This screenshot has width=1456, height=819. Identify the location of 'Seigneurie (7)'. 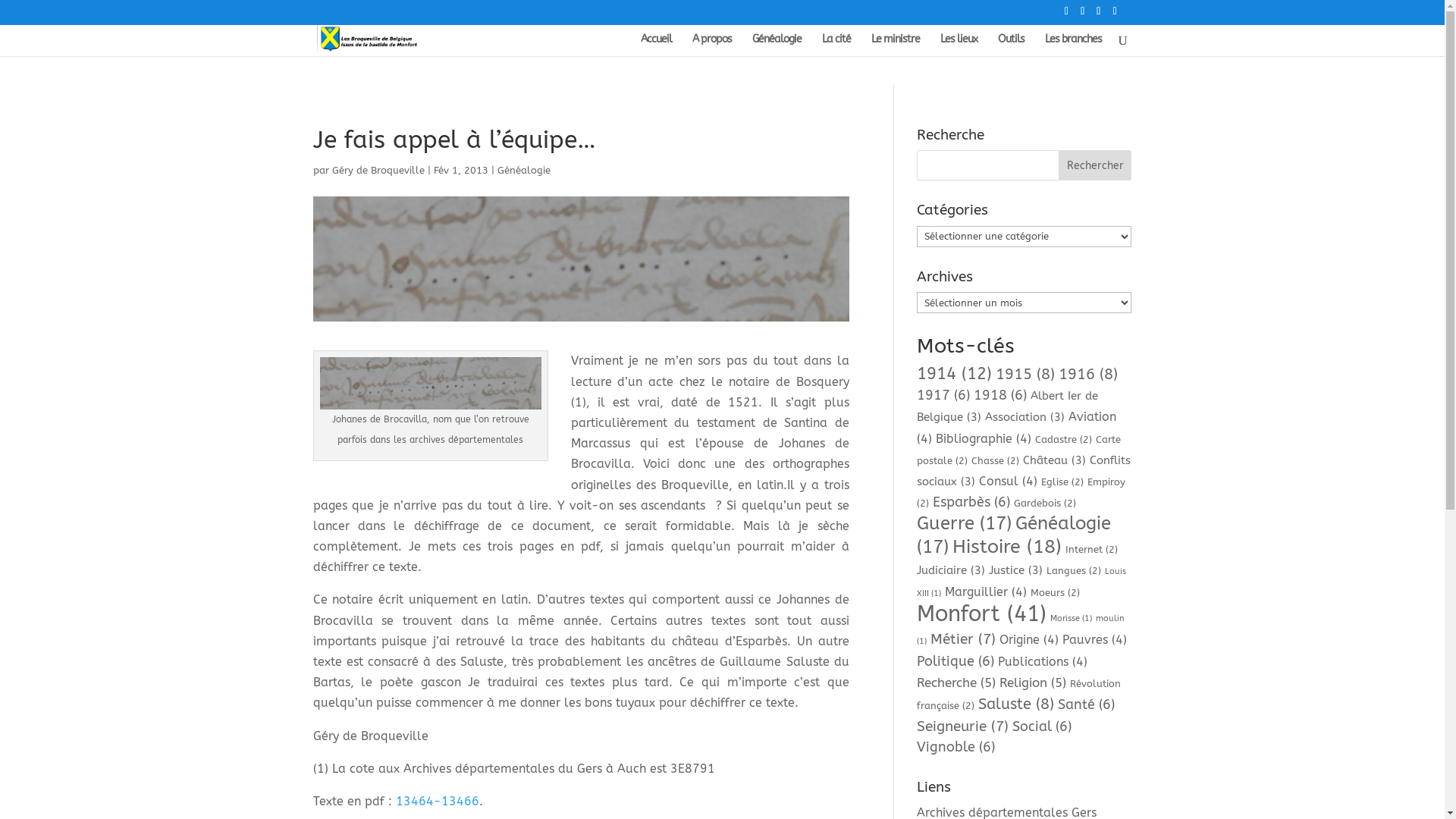
(962, 725).